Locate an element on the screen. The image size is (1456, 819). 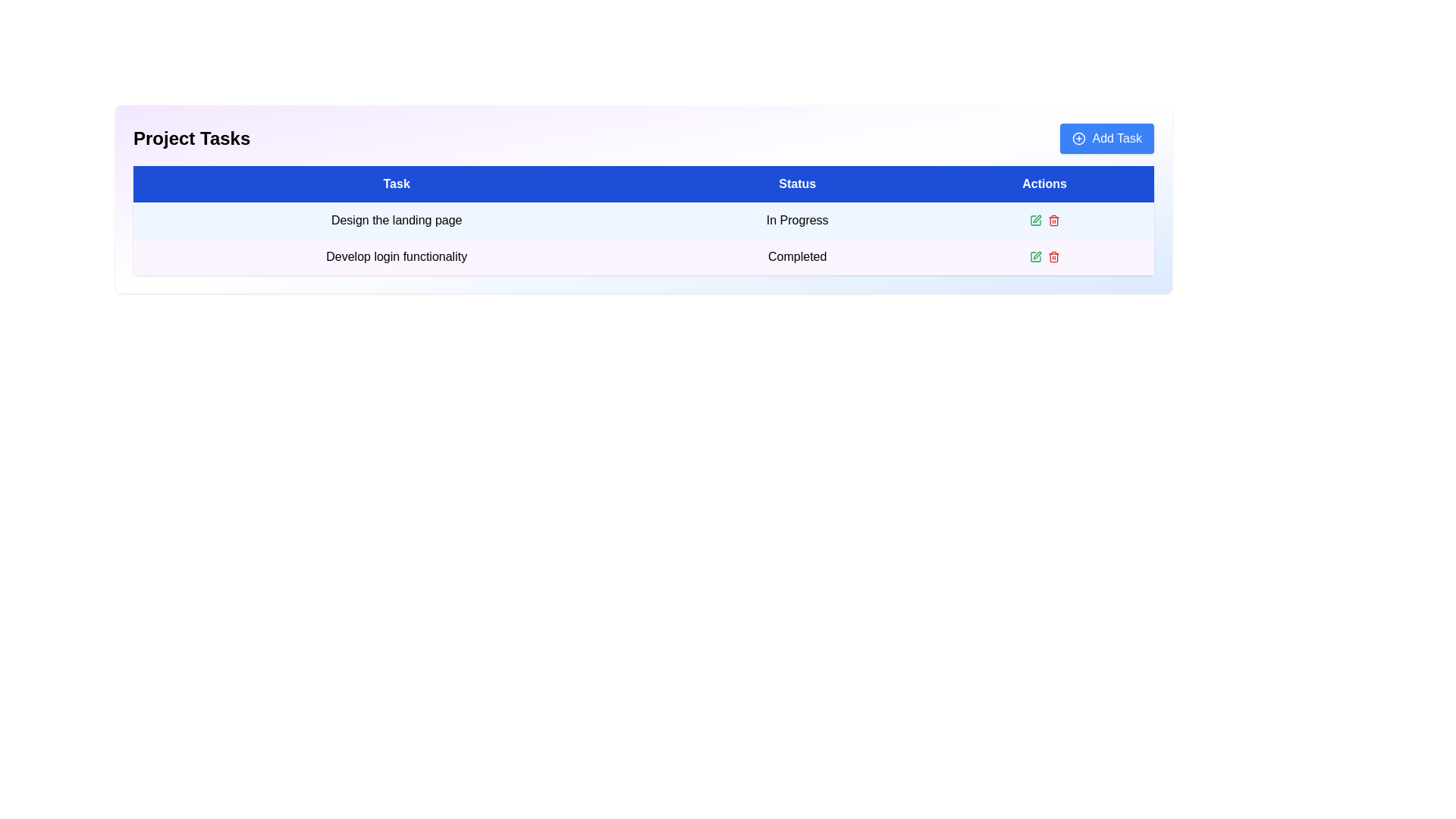
the text label stating 'Develop login functionality' which is positioned under the 'Task' header in the second row of the table is located at coordinates (397, 256).